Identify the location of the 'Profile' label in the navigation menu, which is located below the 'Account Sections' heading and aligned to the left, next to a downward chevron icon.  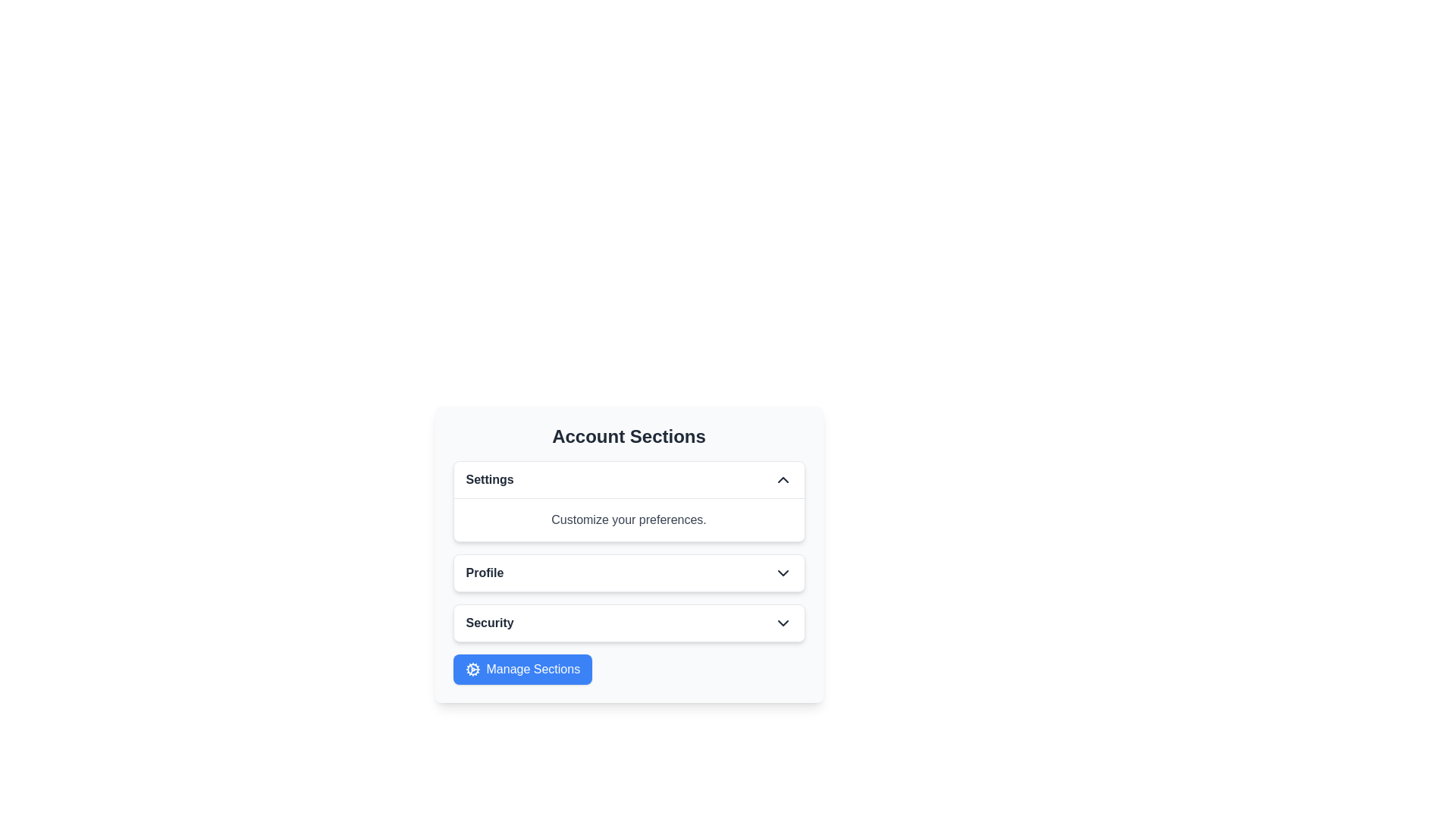
(484, 573).